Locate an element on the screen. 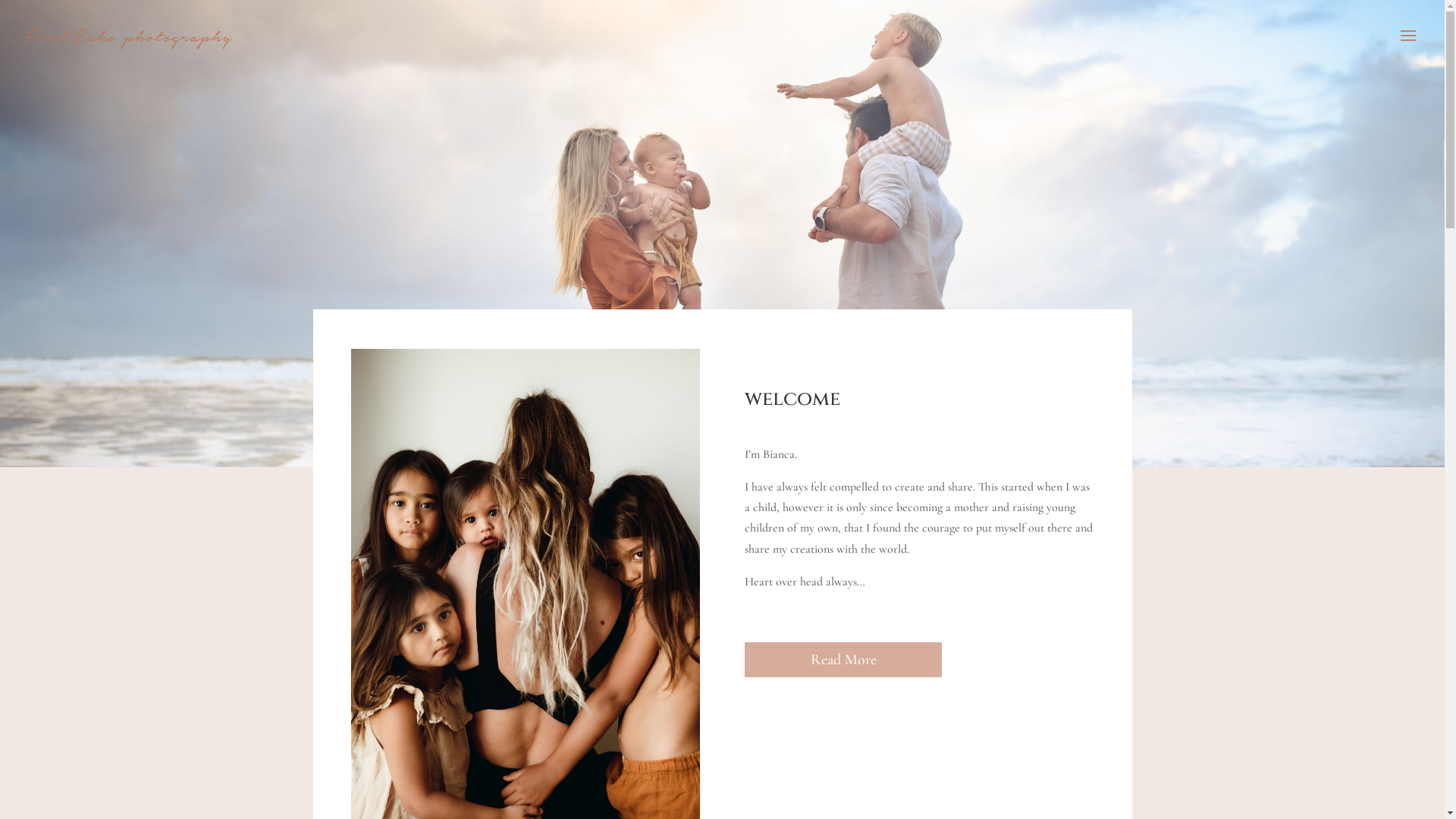 This screenshot has height=819, width=1456. 'Read More' is located at coordinates (843, 659).